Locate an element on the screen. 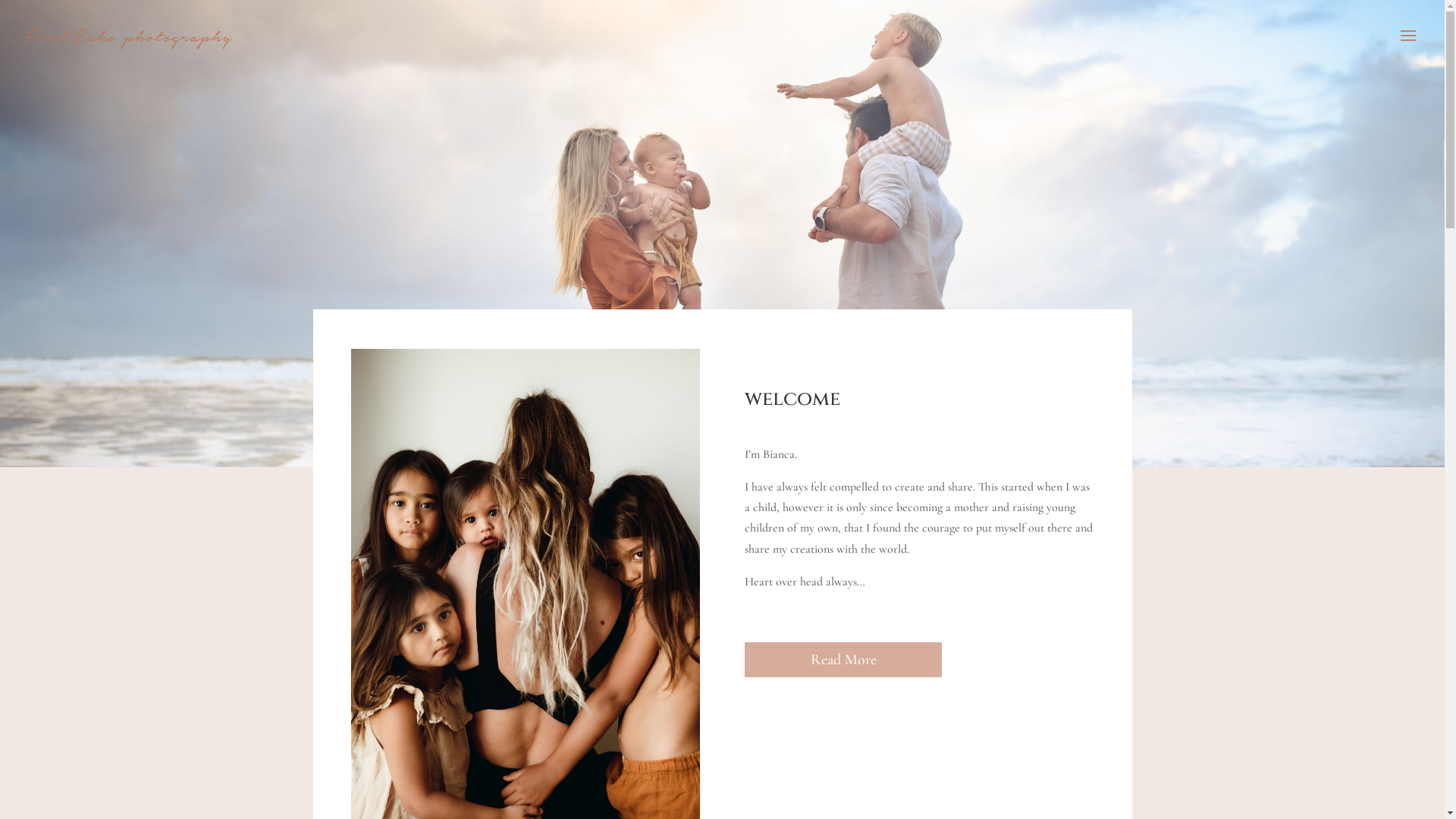 This screenshot has height=819, width=1456. 'Read More' is located at coordinates (843, 659).